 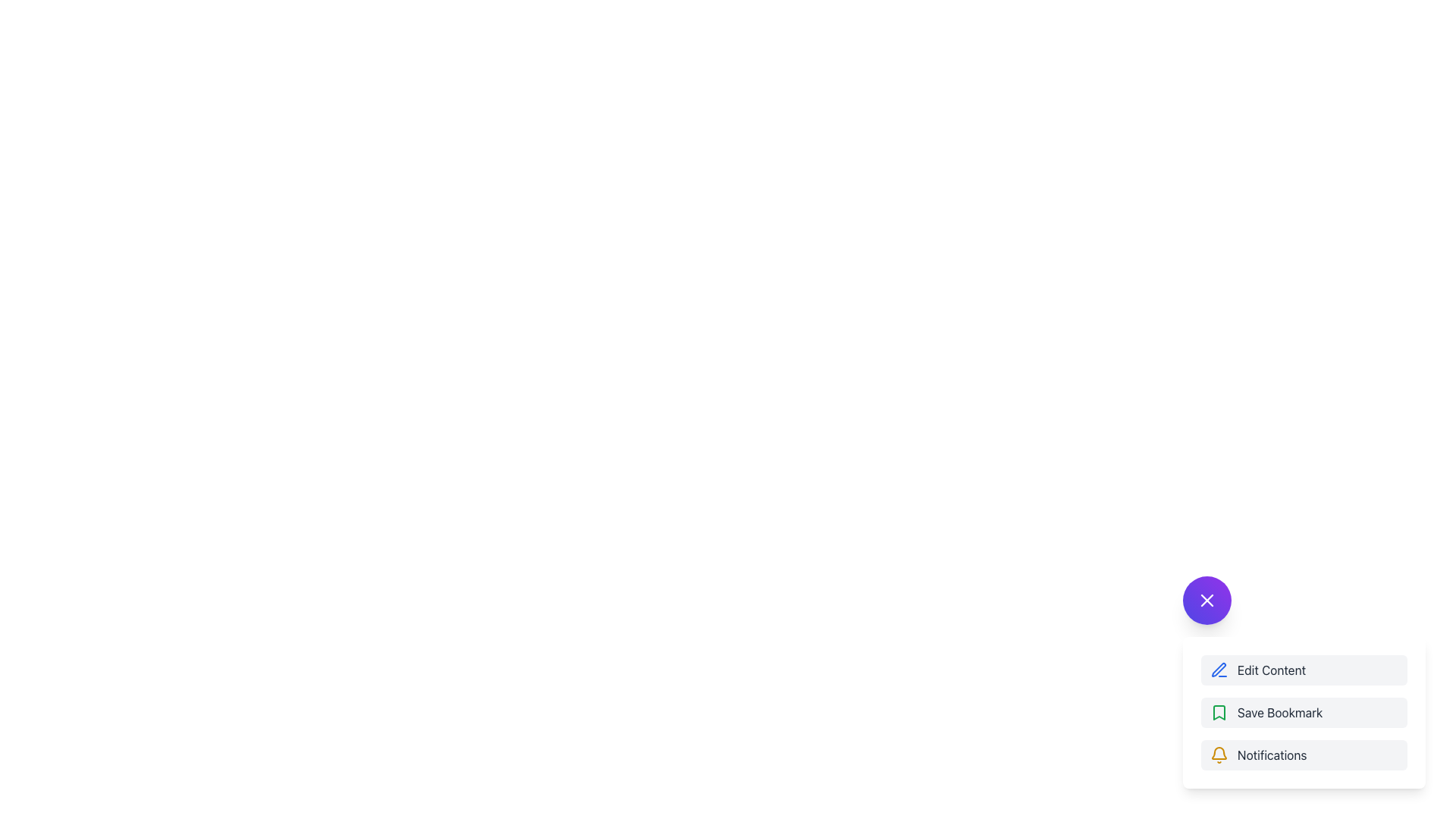 What do you see at coordinates (1303, 669) in the screenshot?
I see `the 'Edit Content' button, which has a light gray background, rounded corners, and a blue pen icon` at bounding box center [1303, 669].